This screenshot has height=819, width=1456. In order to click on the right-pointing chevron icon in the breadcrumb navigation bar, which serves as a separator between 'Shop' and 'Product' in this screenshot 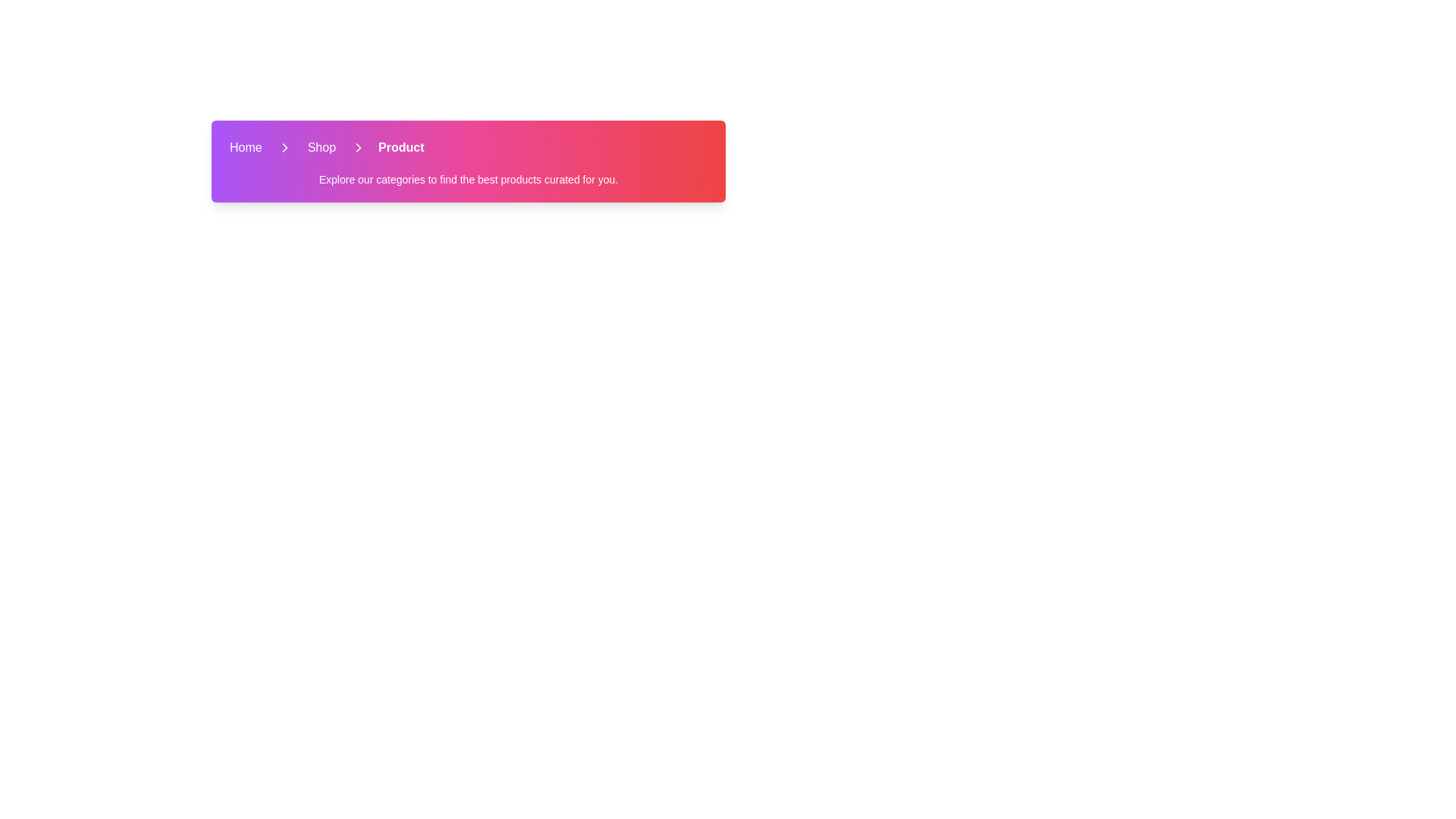, I will do `click(358, 148)`.